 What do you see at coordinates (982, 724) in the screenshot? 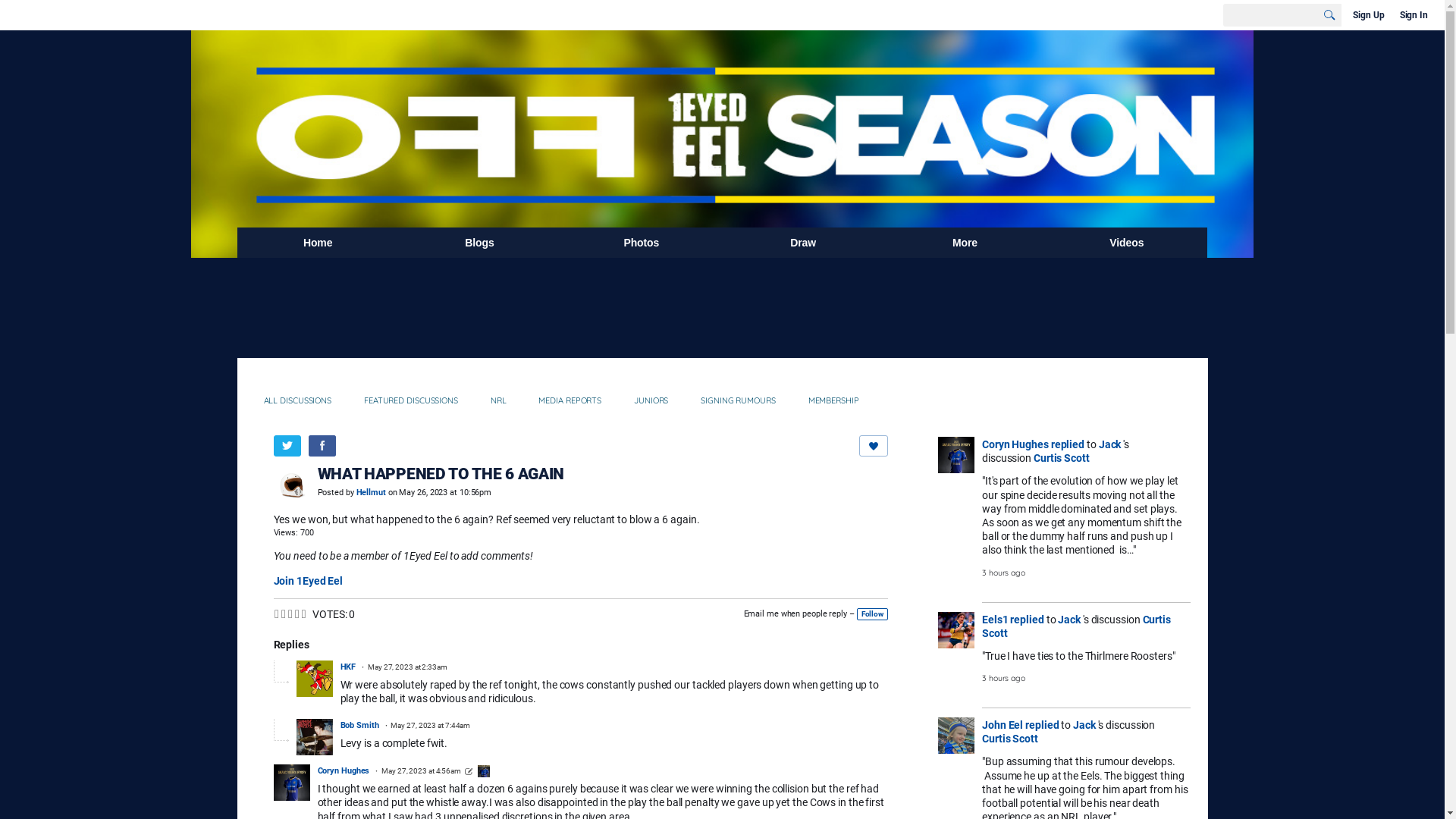
I see `'John Eel'` at bounding box center [982, 724].